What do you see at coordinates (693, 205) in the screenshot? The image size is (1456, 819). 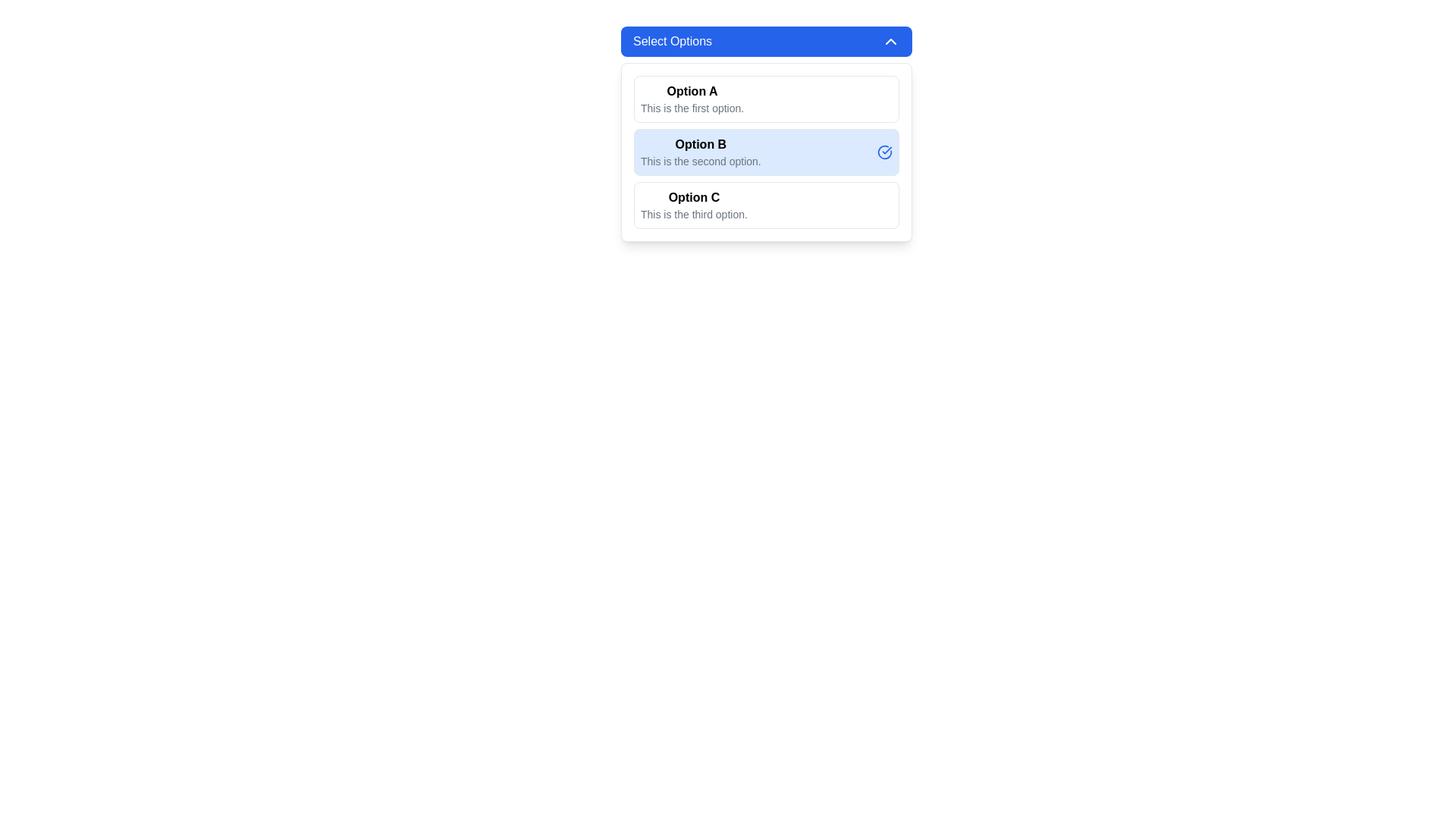 I see `the third option in the dropdown list, which is an informational text block located below 'Option B'` at bounding box center [693, 205].